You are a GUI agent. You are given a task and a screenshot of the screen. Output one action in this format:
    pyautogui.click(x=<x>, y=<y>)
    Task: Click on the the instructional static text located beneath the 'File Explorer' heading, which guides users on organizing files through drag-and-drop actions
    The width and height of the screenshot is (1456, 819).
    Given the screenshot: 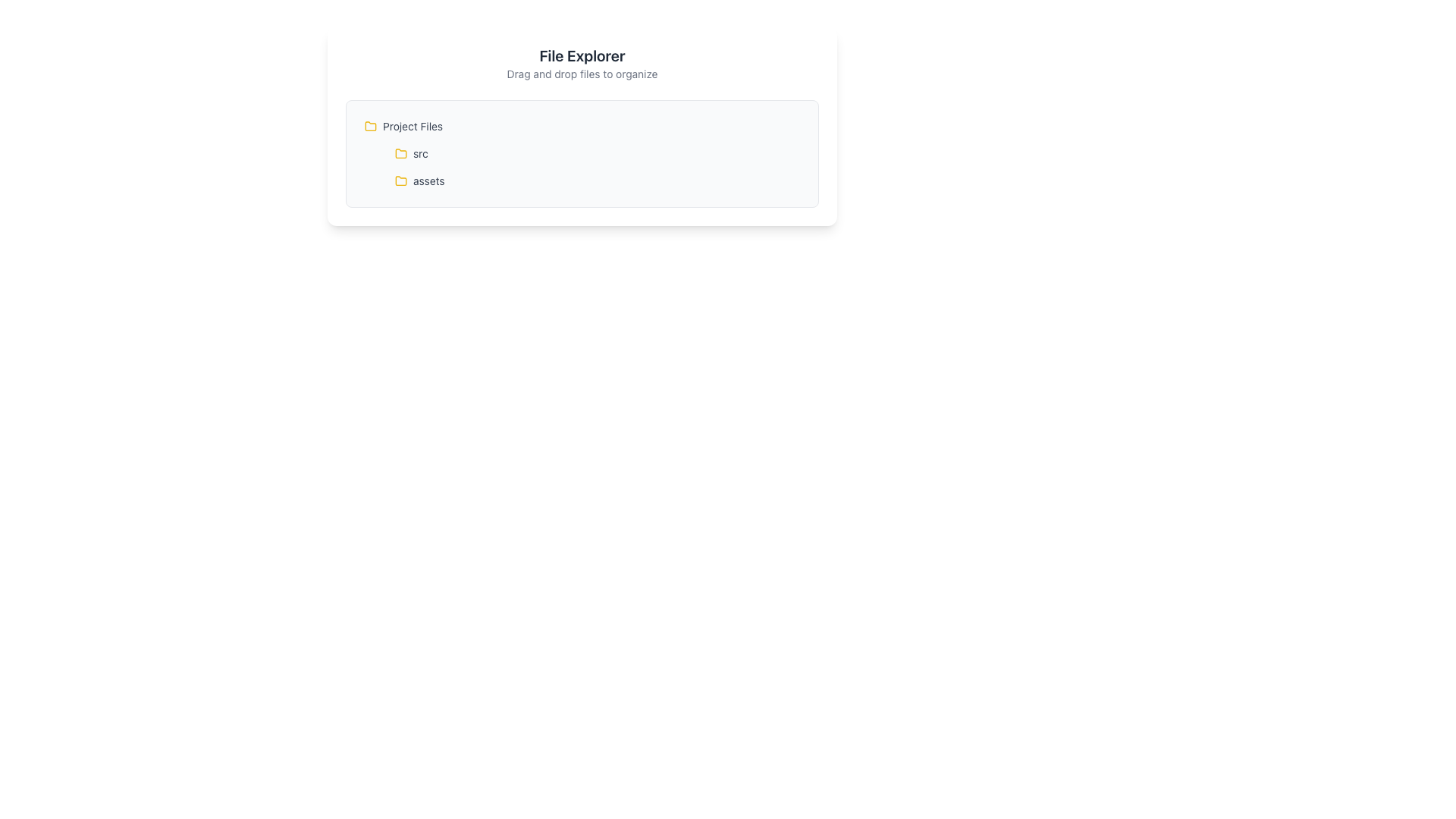 What is the action you would take?
    pyautogui.click(x=582, y=74)
    